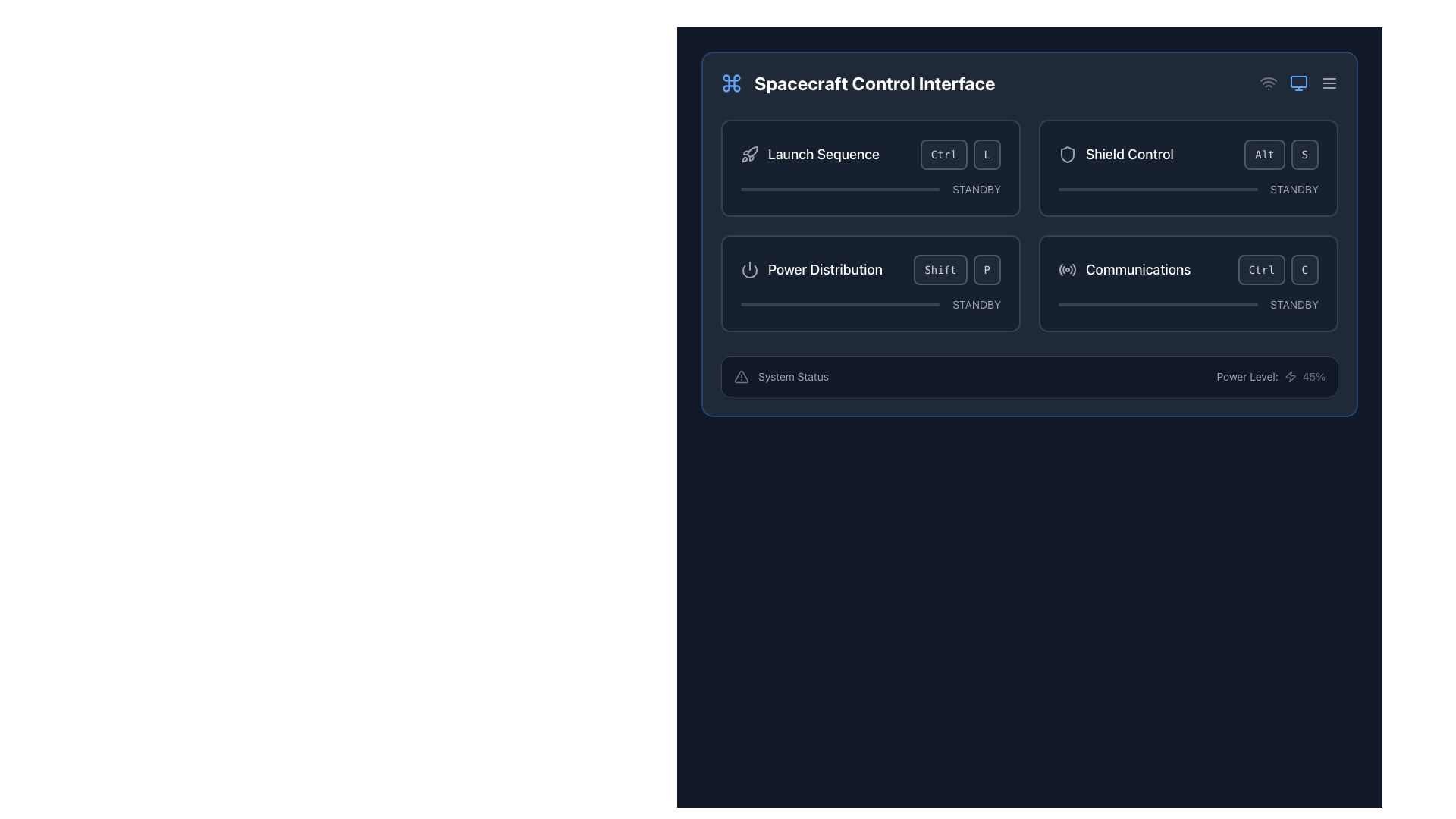 The width and height of the screenshot is (1456, 819). Describe the element at coordinates (1313, 376) in the screenshot. I see `the current power level displayed as a percentage in the text display located at the bottom right of the control box` at that location.